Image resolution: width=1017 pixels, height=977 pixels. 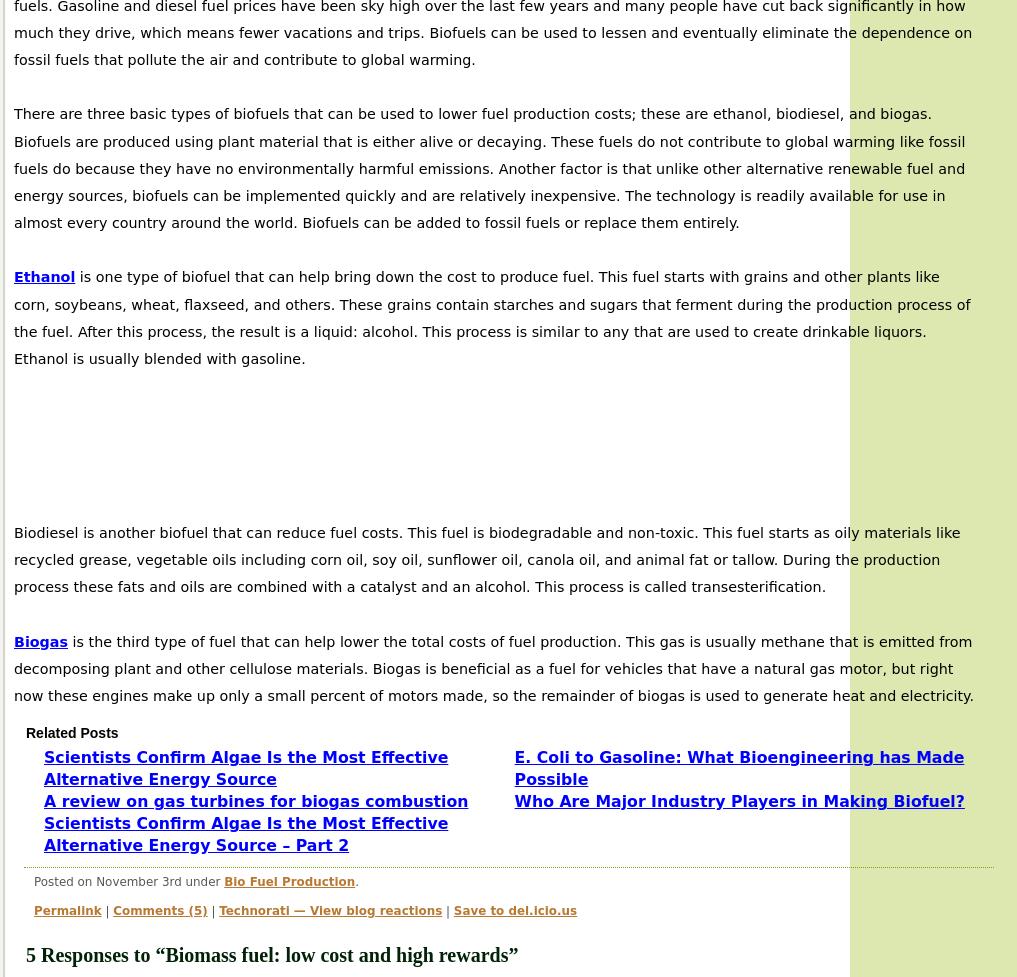 I want to click on 'Scientists Confirm Algae Is the Most Effective Alternative Energy Source', so click(x=245, y=768).